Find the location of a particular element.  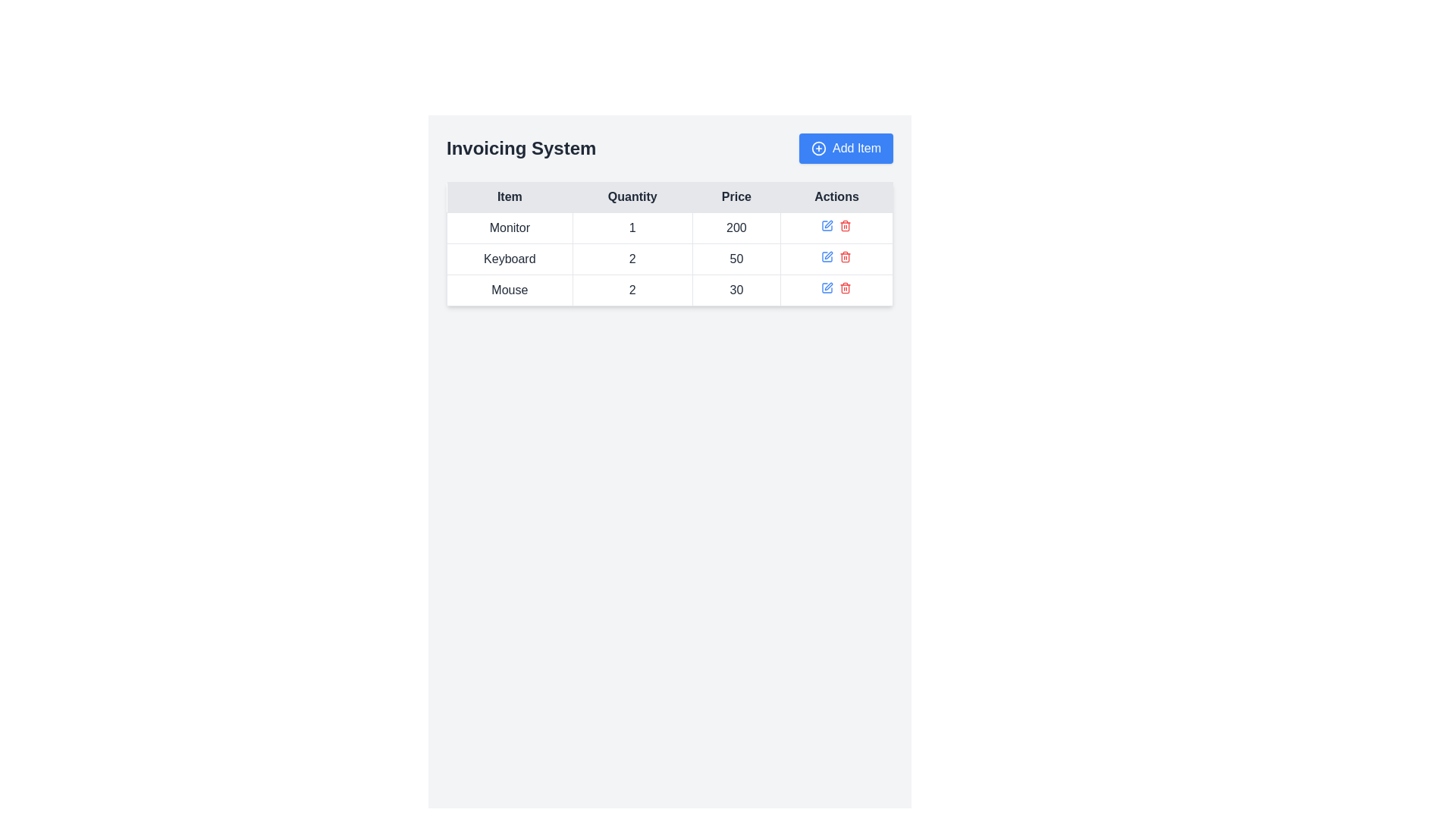

the 'Actions' text label, which is the header of the fourth column in the table, displaying the word 'Actions' in black text and styled with CSS attributes is located at coordinates (836, 196).